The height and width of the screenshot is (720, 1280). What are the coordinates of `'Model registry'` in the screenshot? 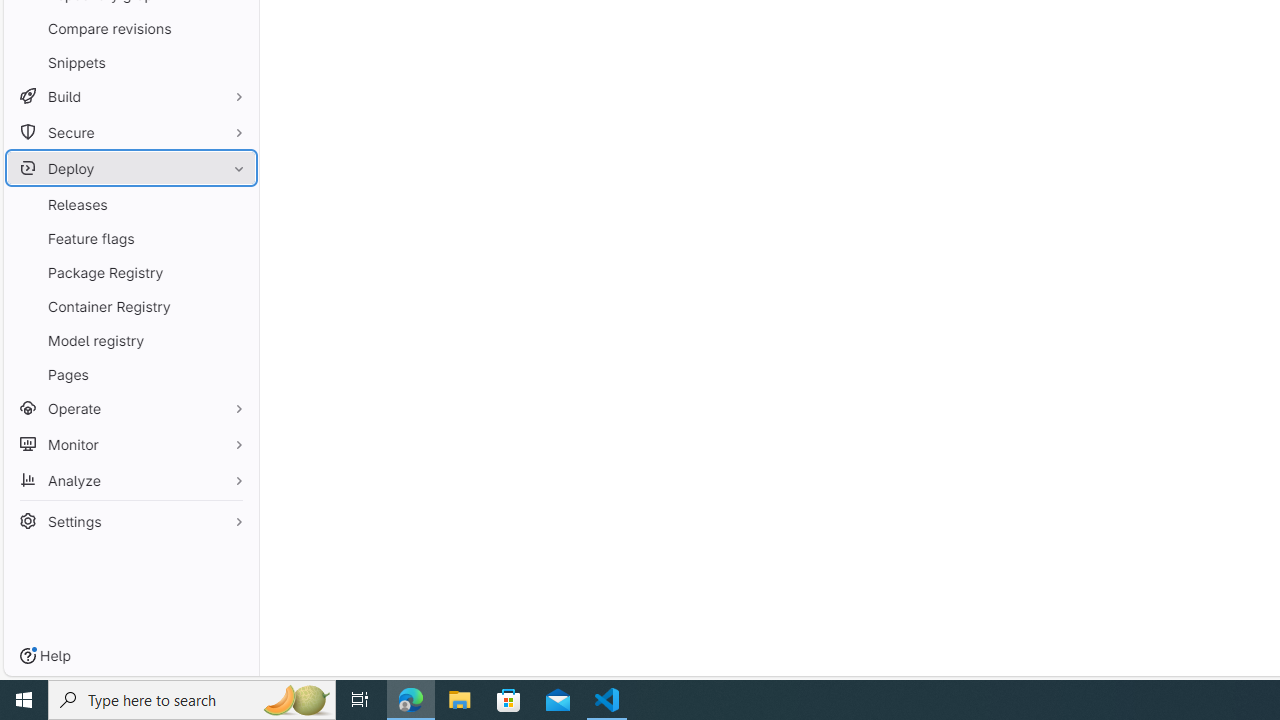 It's located at (130, 339).